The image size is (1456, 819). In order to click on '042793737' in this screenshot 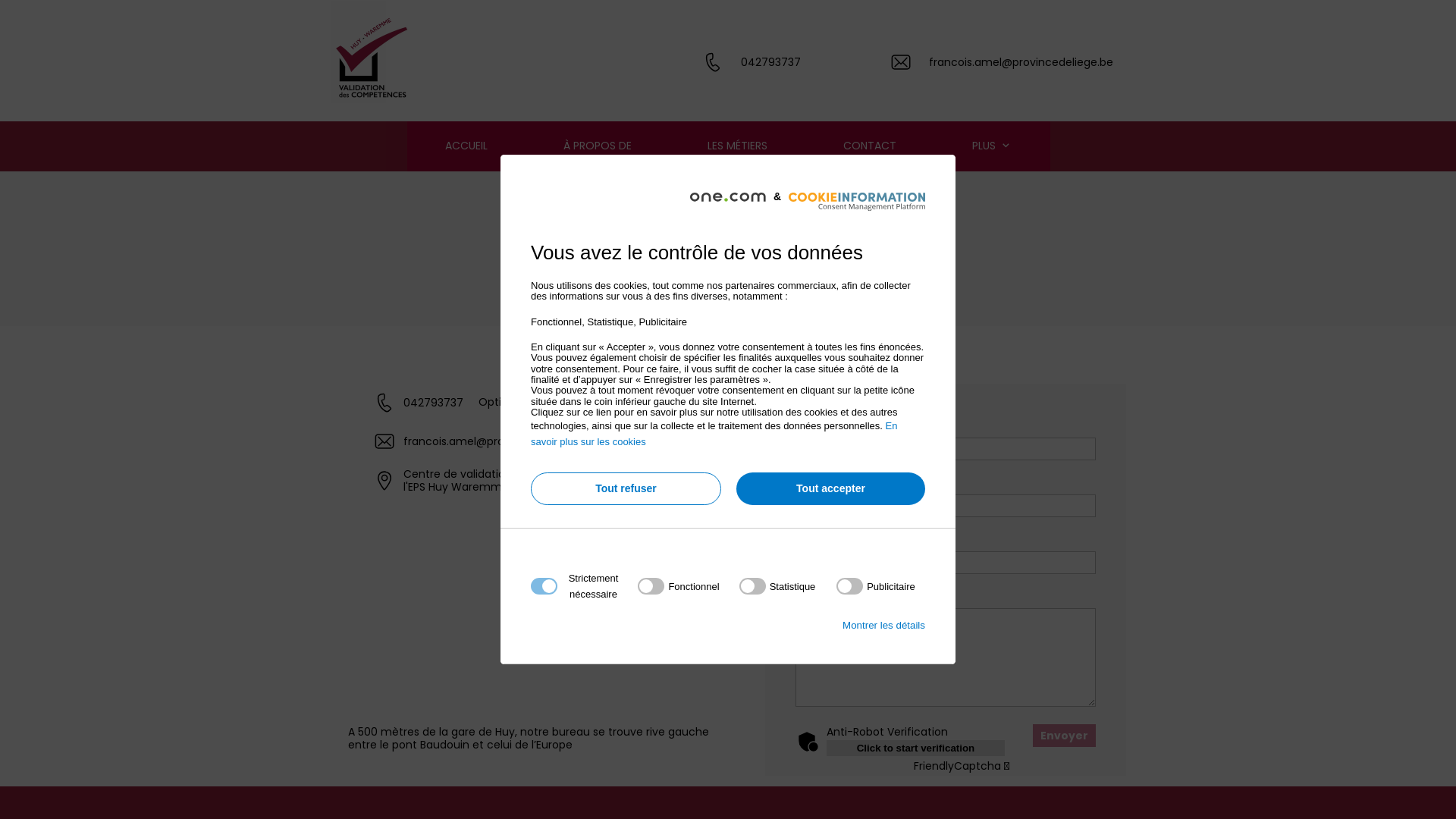, I will do `click(741, 61)`.